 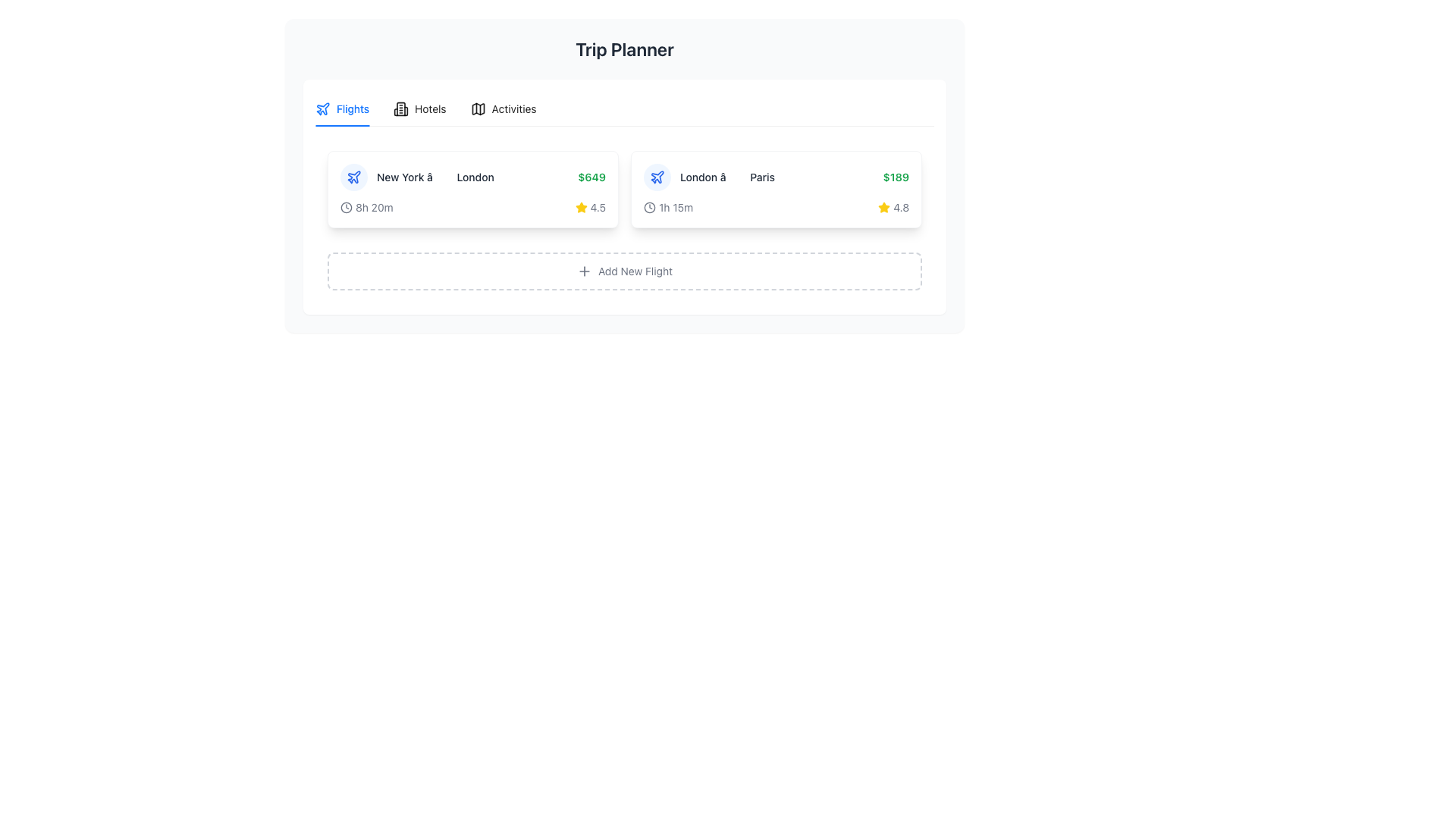 I want to click on the 'Flights' tab, which is the first tab in the horizontal tab group located near the top left of the main interface, so click(x=341, y=108).